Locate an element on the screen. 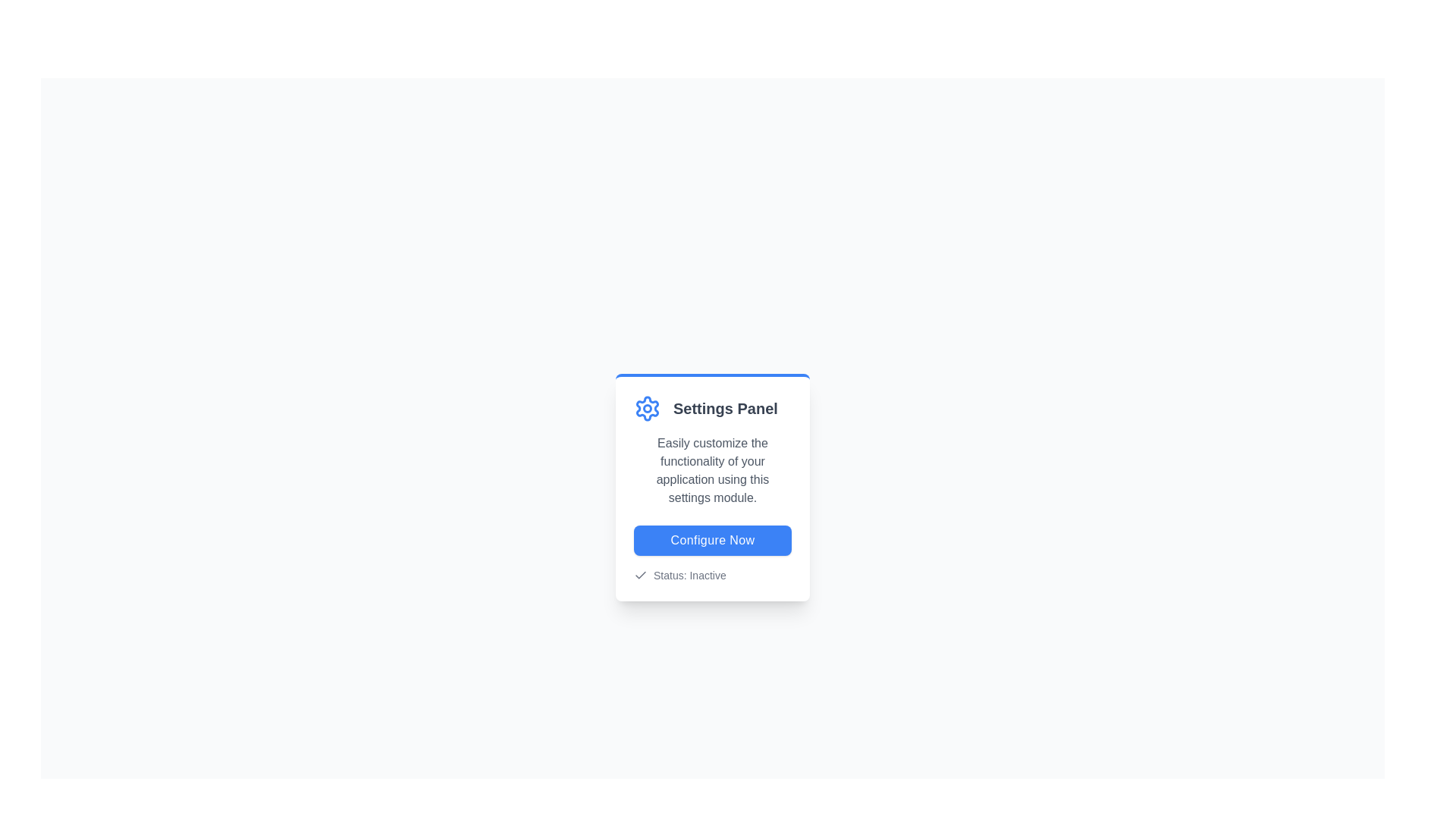 The width and height of the screenshot is (1456, 819). gray text about customization functionality located in the center area of the white 'Settings Panel' card, situated above the 'Configure Now' button is located at coordinates (712, 470).